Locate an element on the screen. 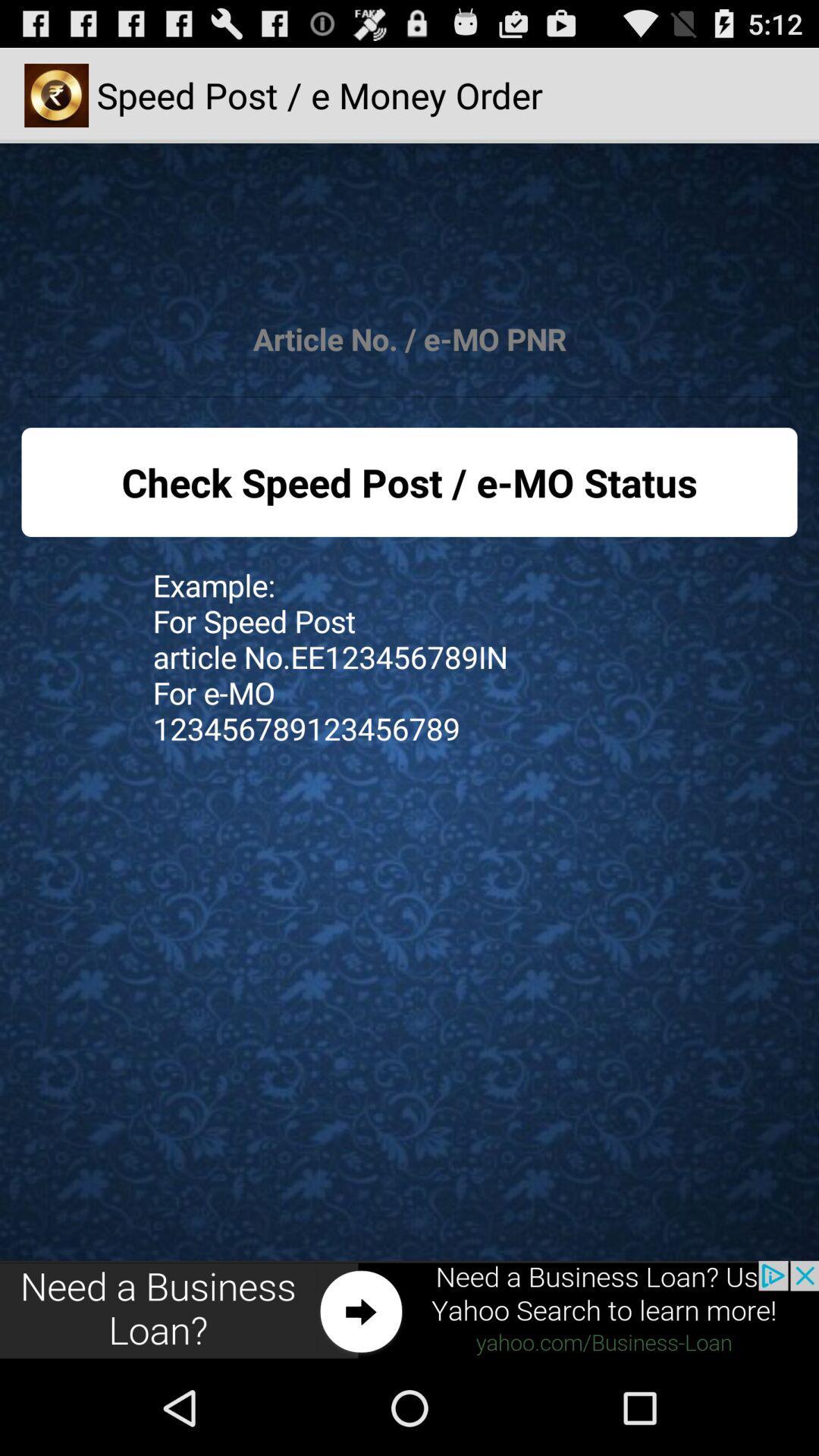  advertisement option is located at coordinates (409, 1310).